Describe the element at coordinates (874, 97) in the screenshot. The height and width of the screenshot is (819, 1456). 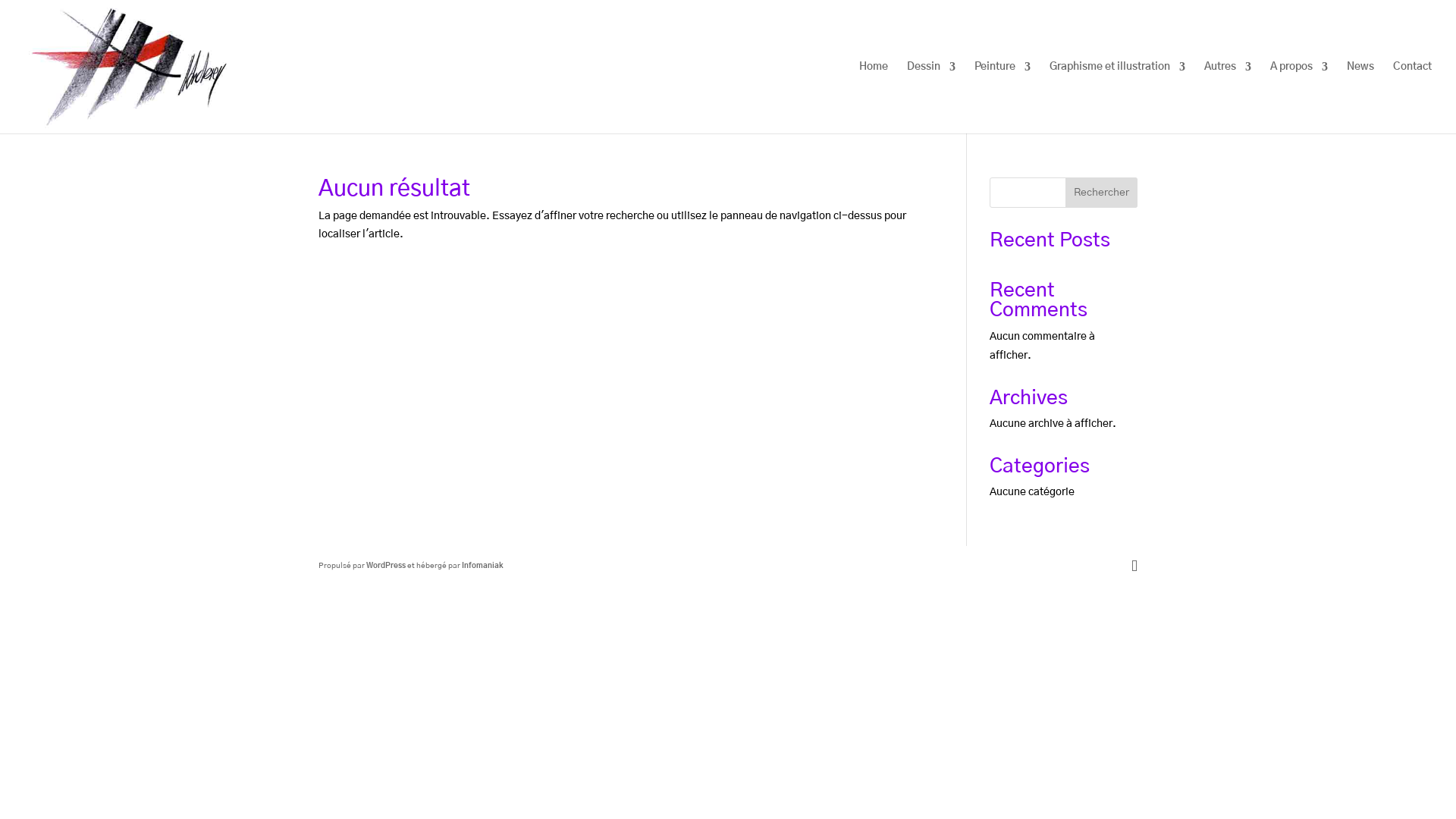
I see `'Home'` at that location.